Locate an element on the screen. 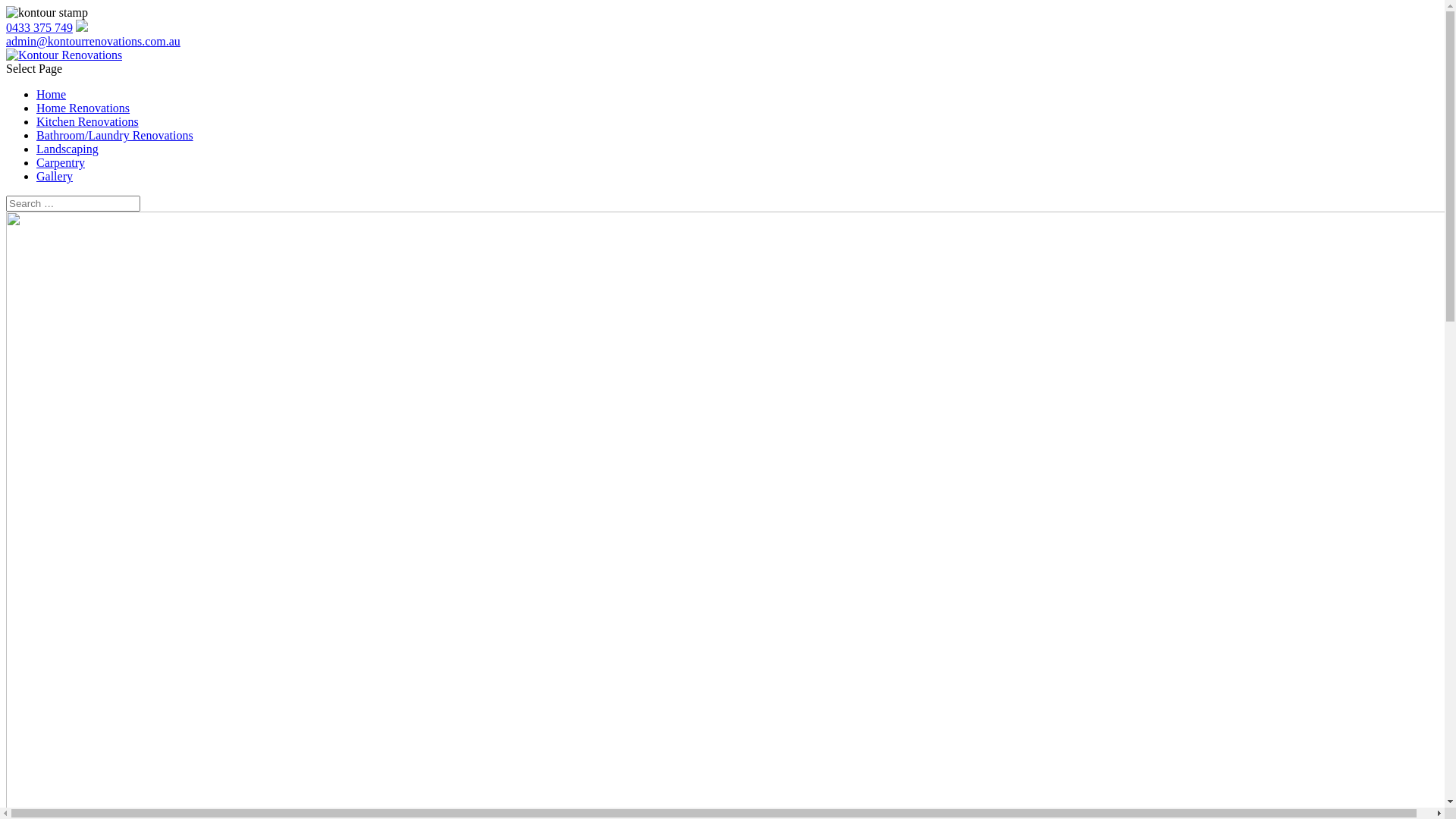 This screenshot has width=1456, height=819. '0433 375 749' is located at coordinates (6, 27).